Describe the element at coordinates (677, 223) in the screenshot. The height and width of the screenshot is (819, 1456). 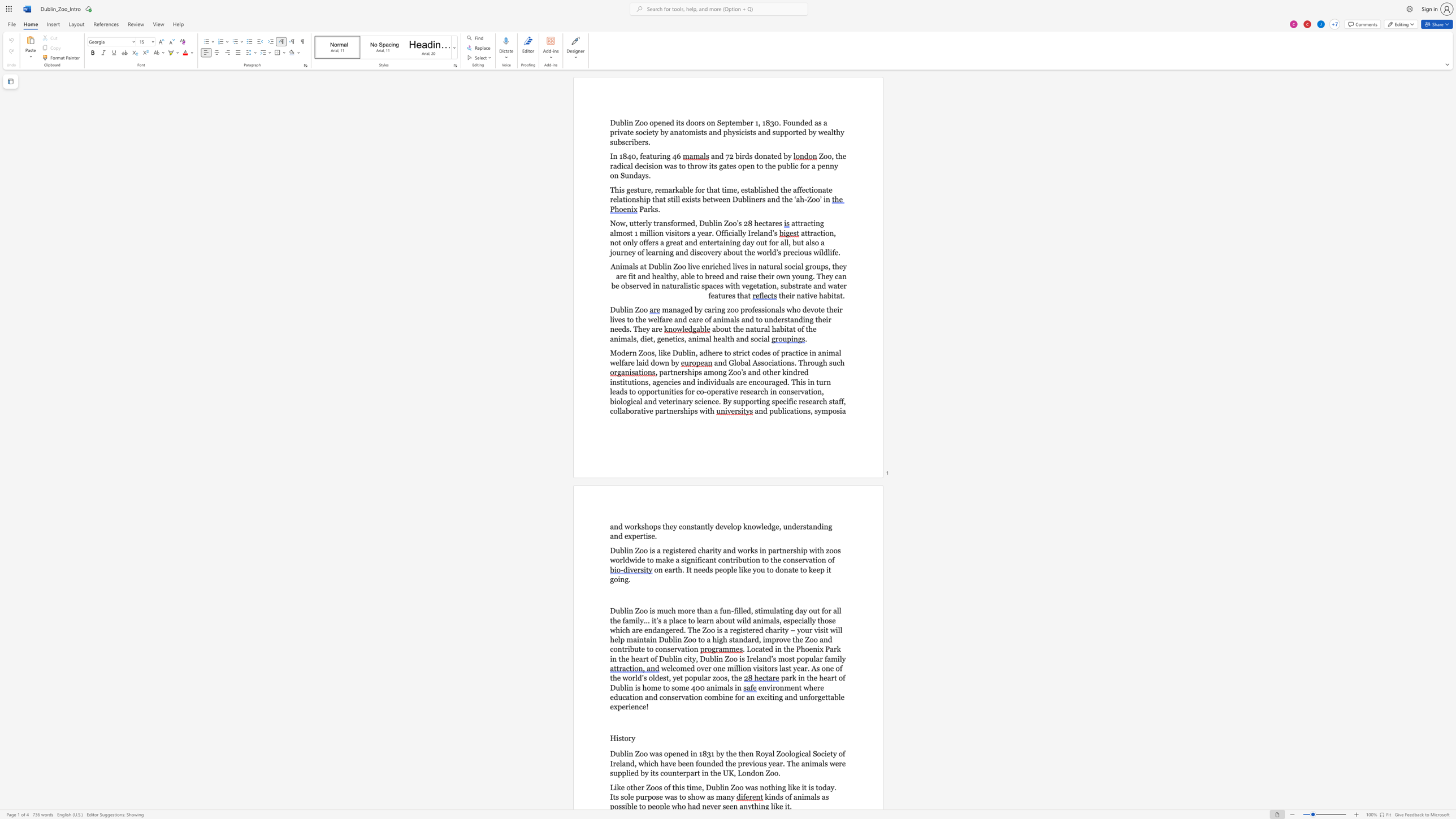
I see `the space between the continuous character "o" and "r" in the text` at that location.